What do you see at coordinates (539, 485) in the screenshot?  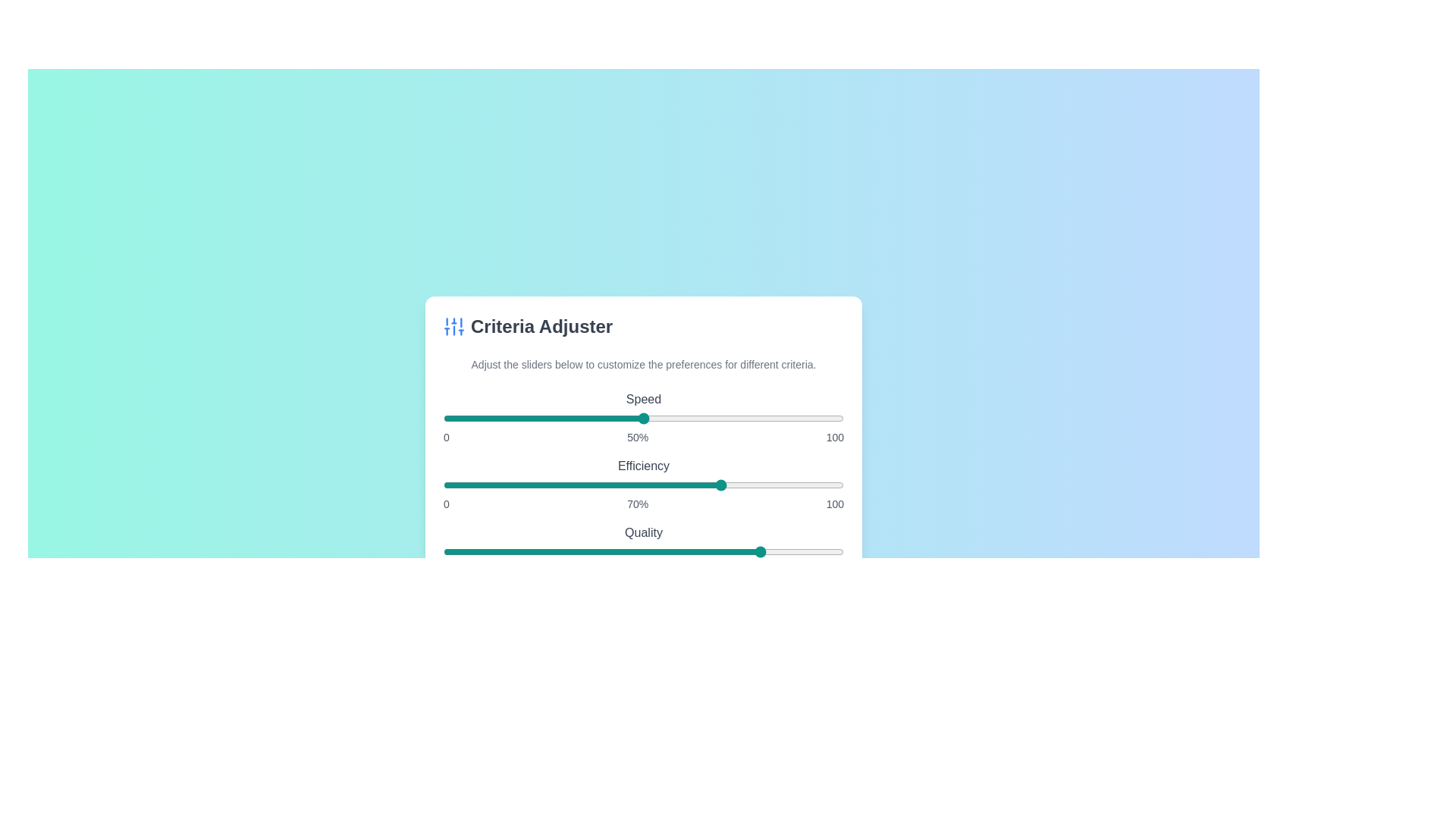 I see `the Efficiency slider to 24%` at bounding box center [539, 485].